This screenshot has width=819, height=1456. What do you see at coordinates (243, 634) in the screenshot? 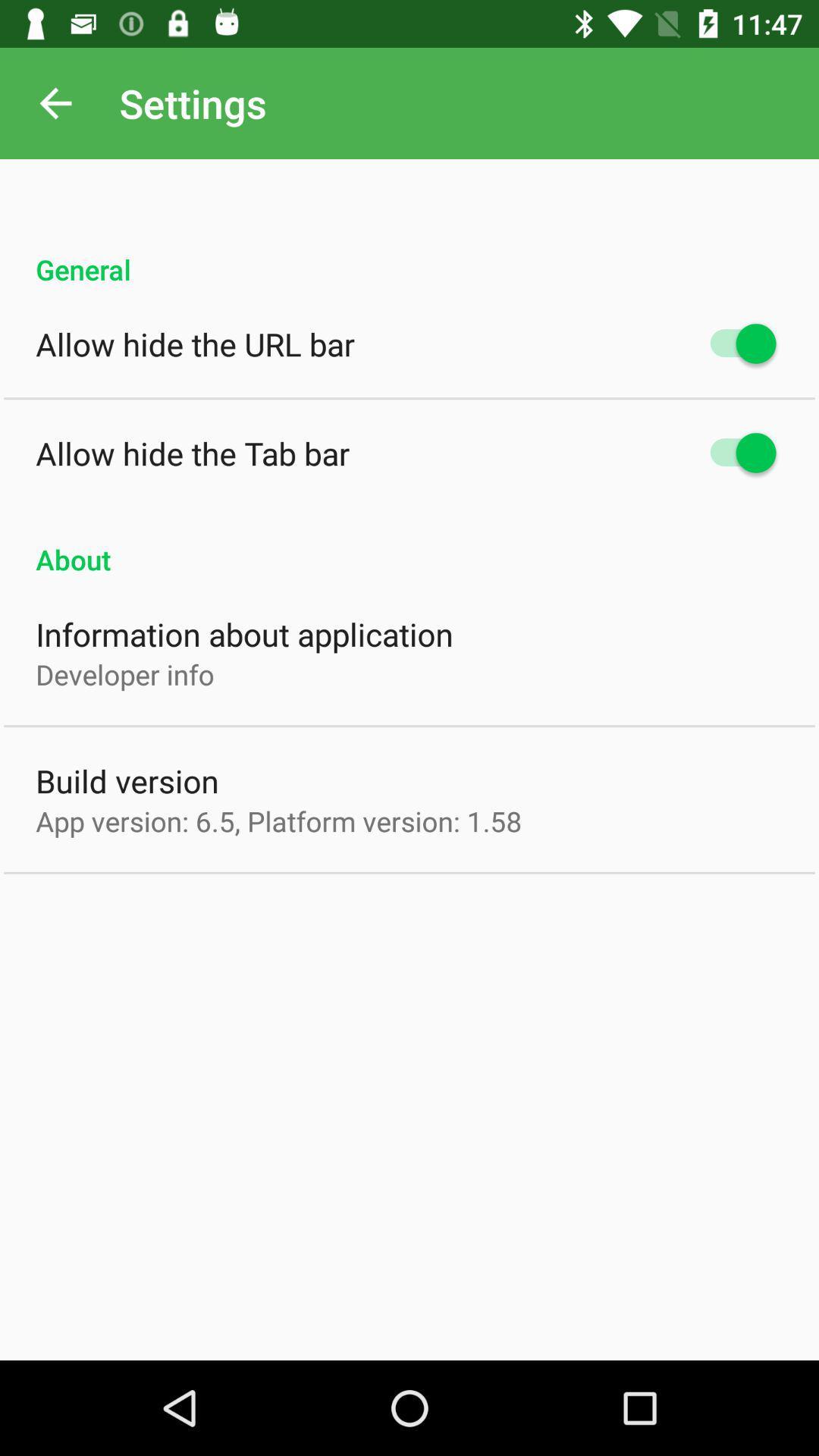
I see `the item below about` at bounding box center [243, 634].